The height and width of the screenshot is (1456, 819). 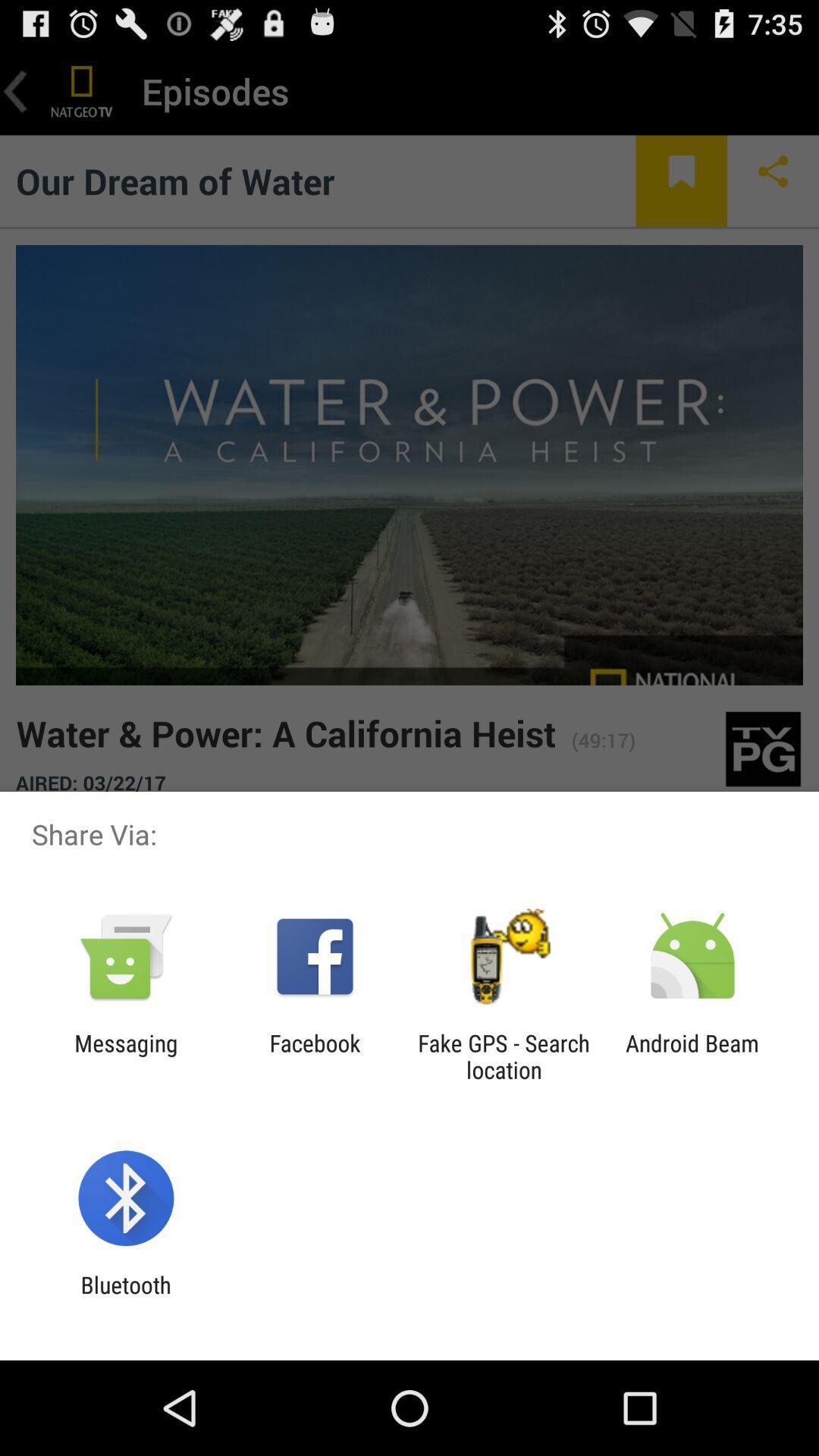 I want to click on the facebook, so click(x=314, y=1056).